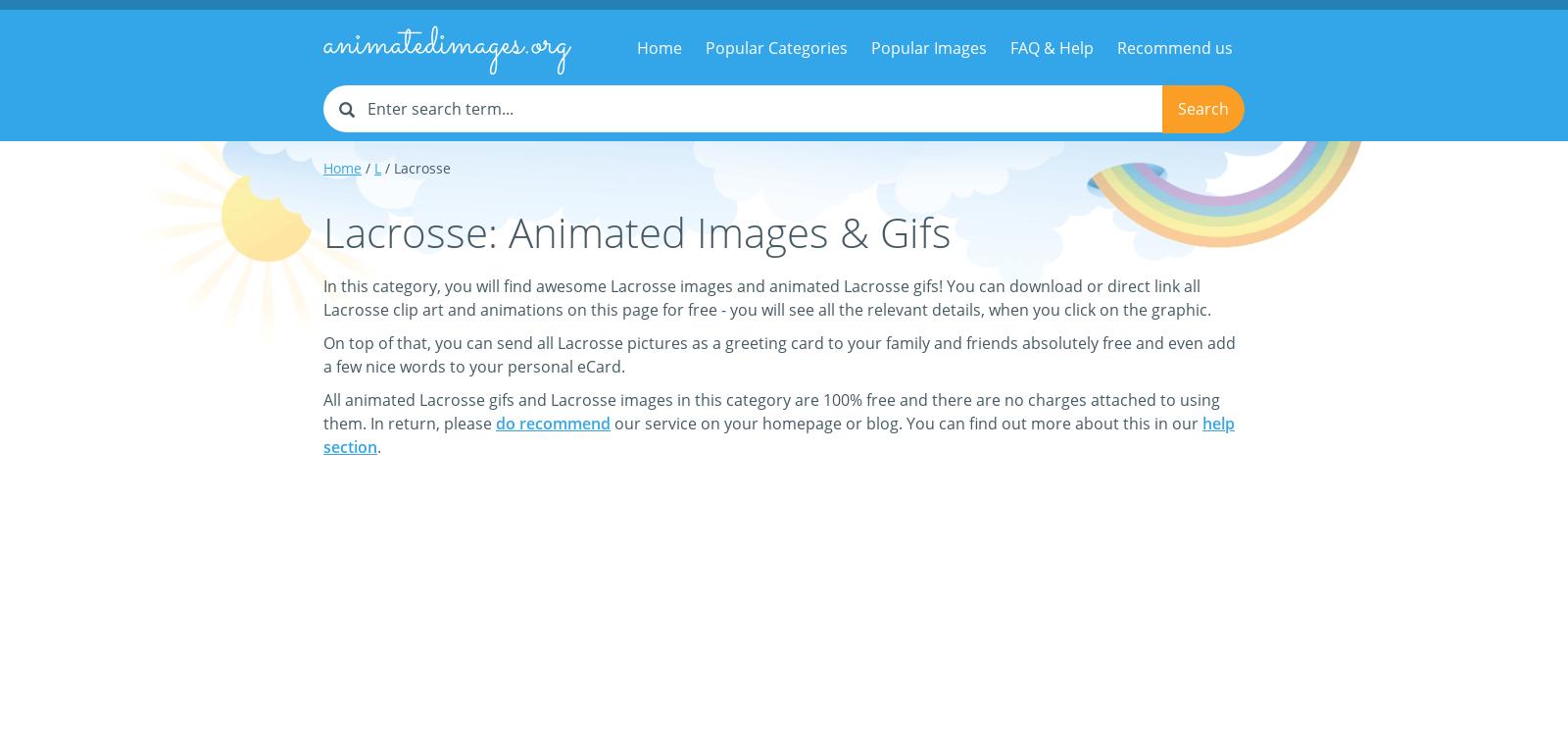  Describe the element at coordinates (377, 167) in the screenshot. I see `'L'` at that location.